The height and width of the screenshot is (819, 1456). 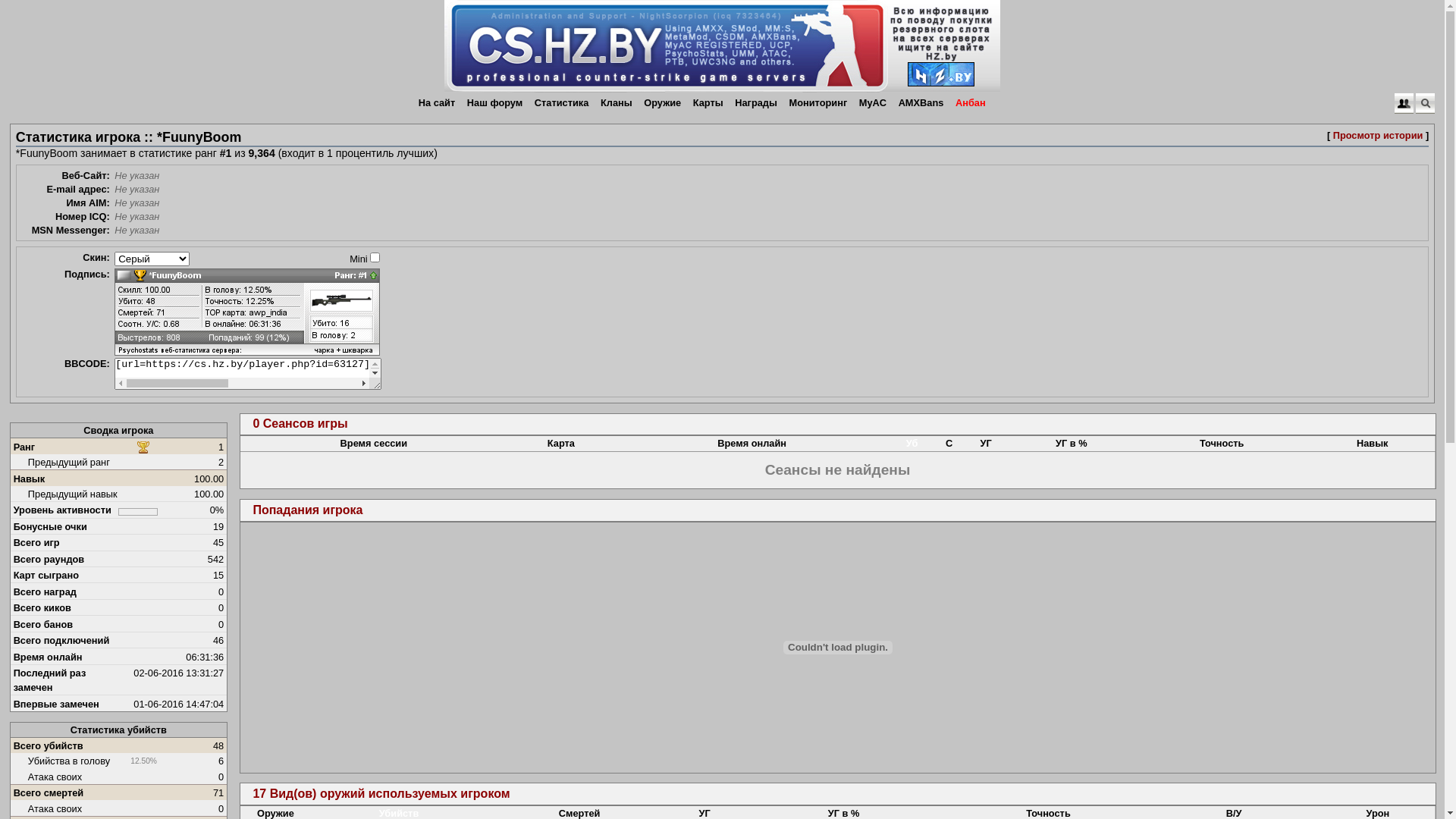 What do you see at coordinates (1394, 102) in the screenshot?
I see `'Quick Login Popup'` at bounding box center [1394, 102].